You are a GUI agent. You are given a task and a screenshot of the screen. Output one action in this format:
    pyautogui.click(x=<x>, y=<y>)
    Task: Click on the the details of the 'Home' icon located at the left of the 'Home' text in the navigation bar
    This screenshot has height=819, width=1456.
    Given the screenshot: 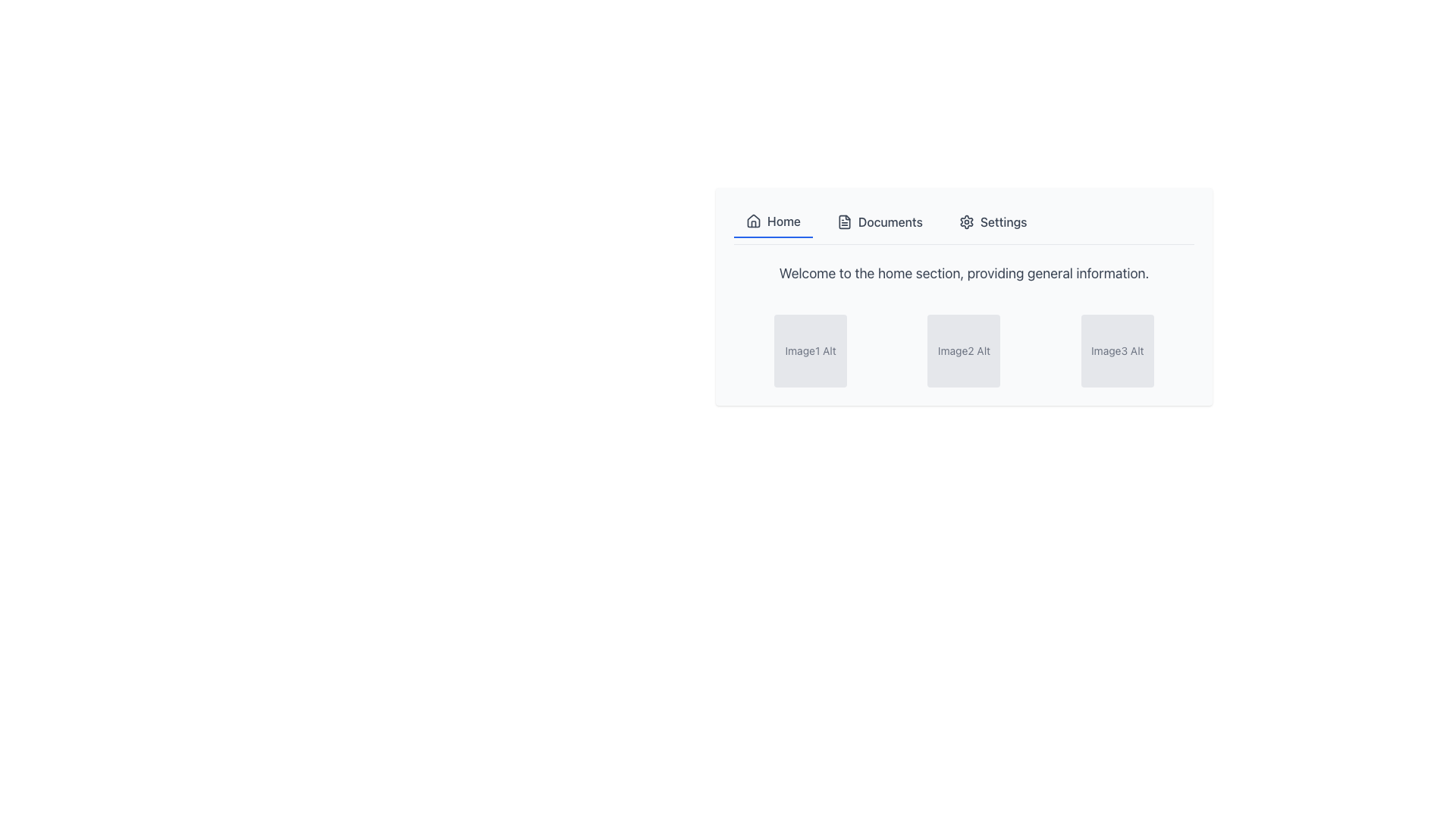 What is the action you would take?
    pyautogui.click(x=753, y=221)
    